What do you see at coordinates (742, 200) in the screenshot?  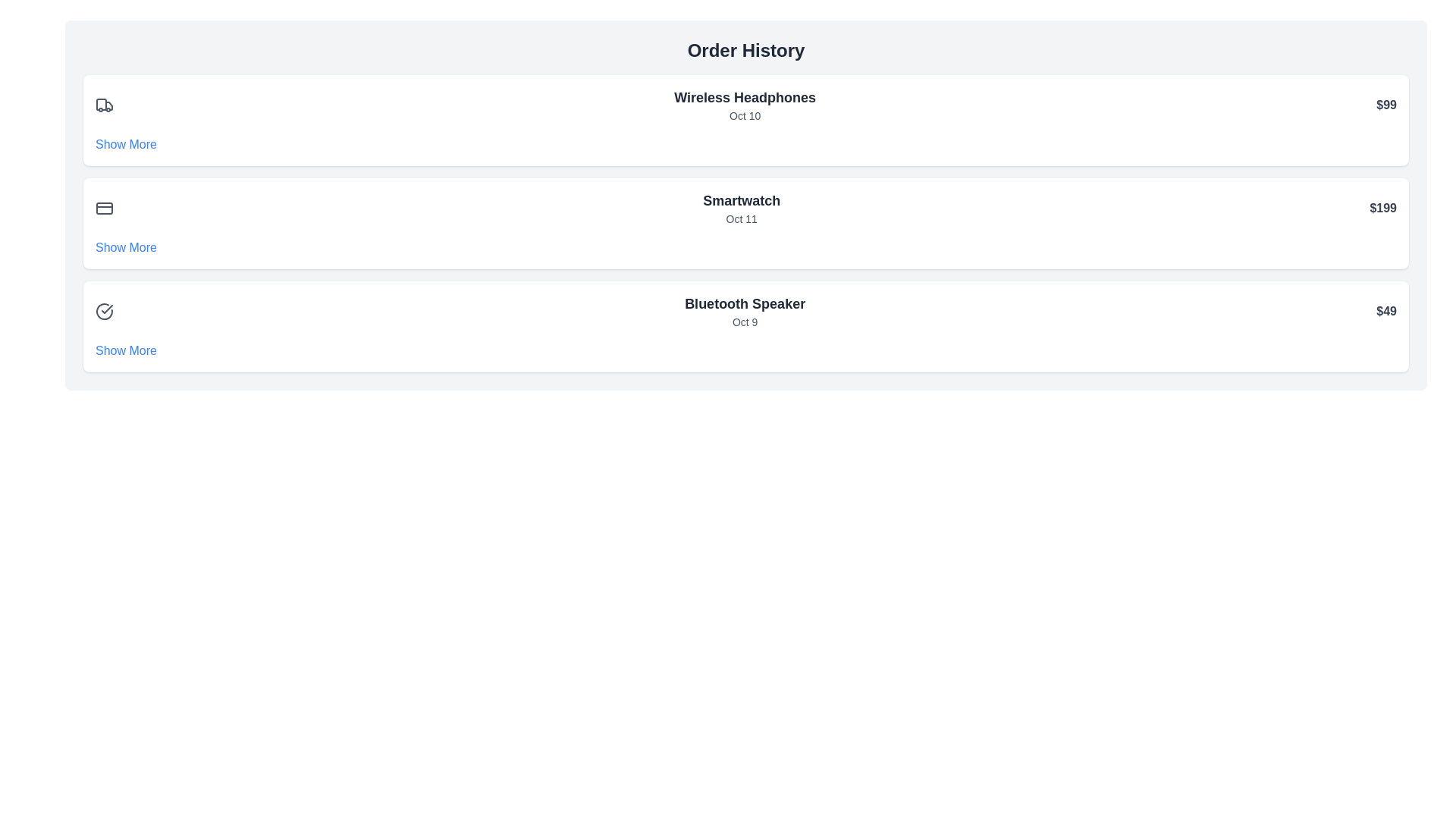 I see `the text label representing the name or title of a product or item in the second item of an ordered list, positioned above the text 'Oct 11'` at bounding box center [742, 200].